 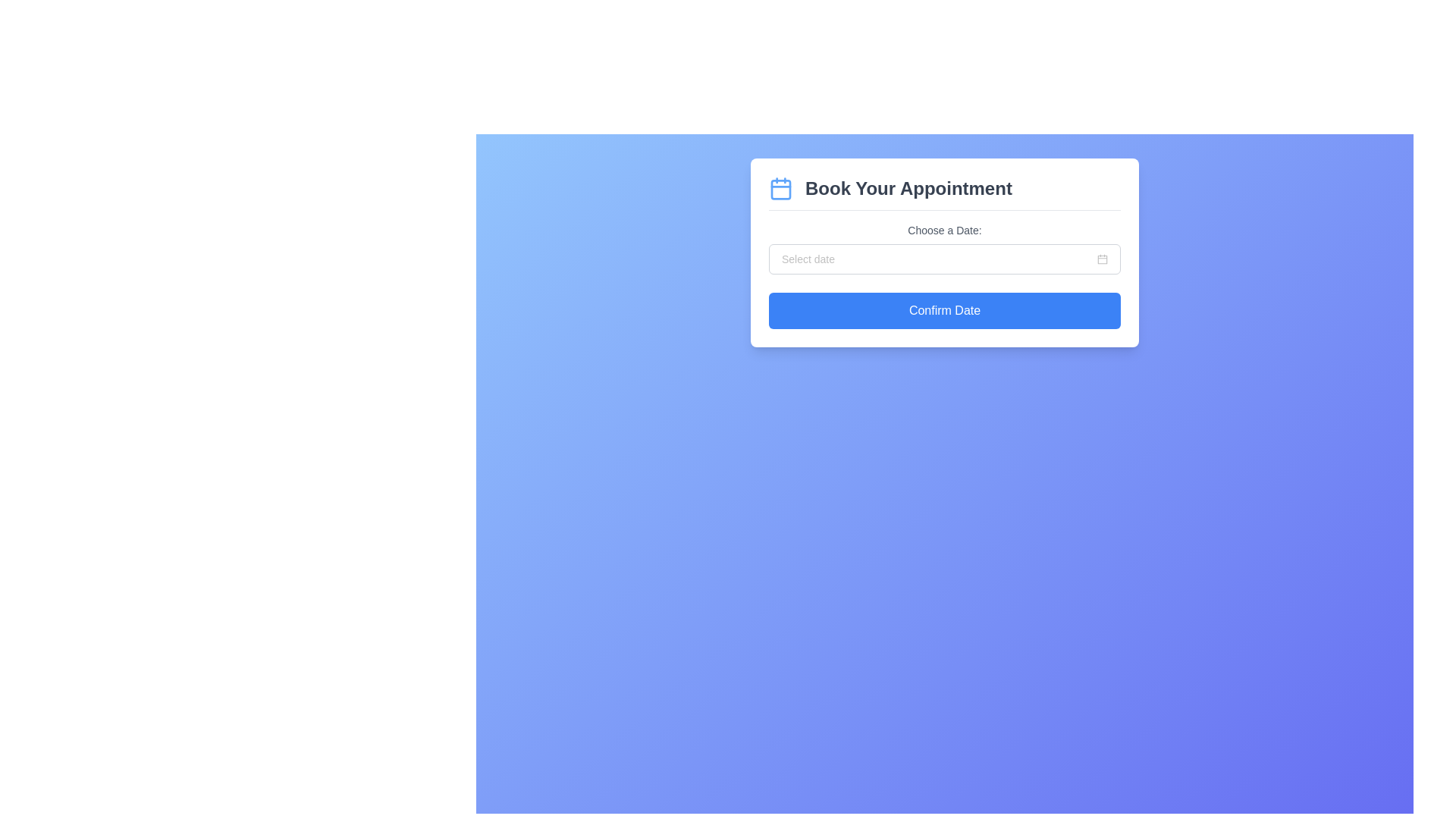 I want to click on the Text input box for date selection by, so click(x=937, y=259).